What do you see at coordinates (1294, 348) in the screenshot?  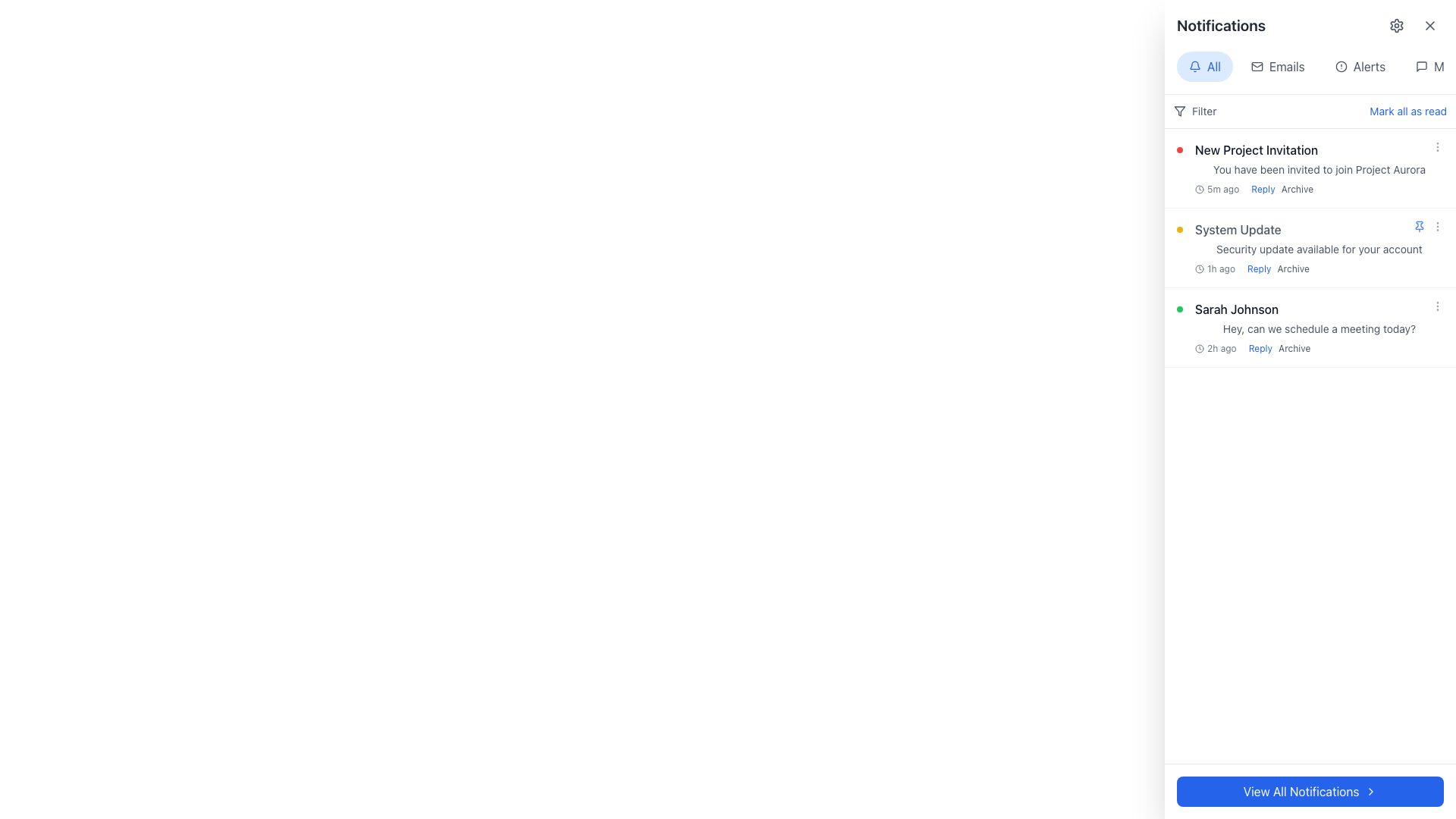 I see `the interactive text label for archiving the notification related to 'Sarah Johnson', located to the right of the 'Reply' label in the notifications list` at bounding box center [1294, 348].